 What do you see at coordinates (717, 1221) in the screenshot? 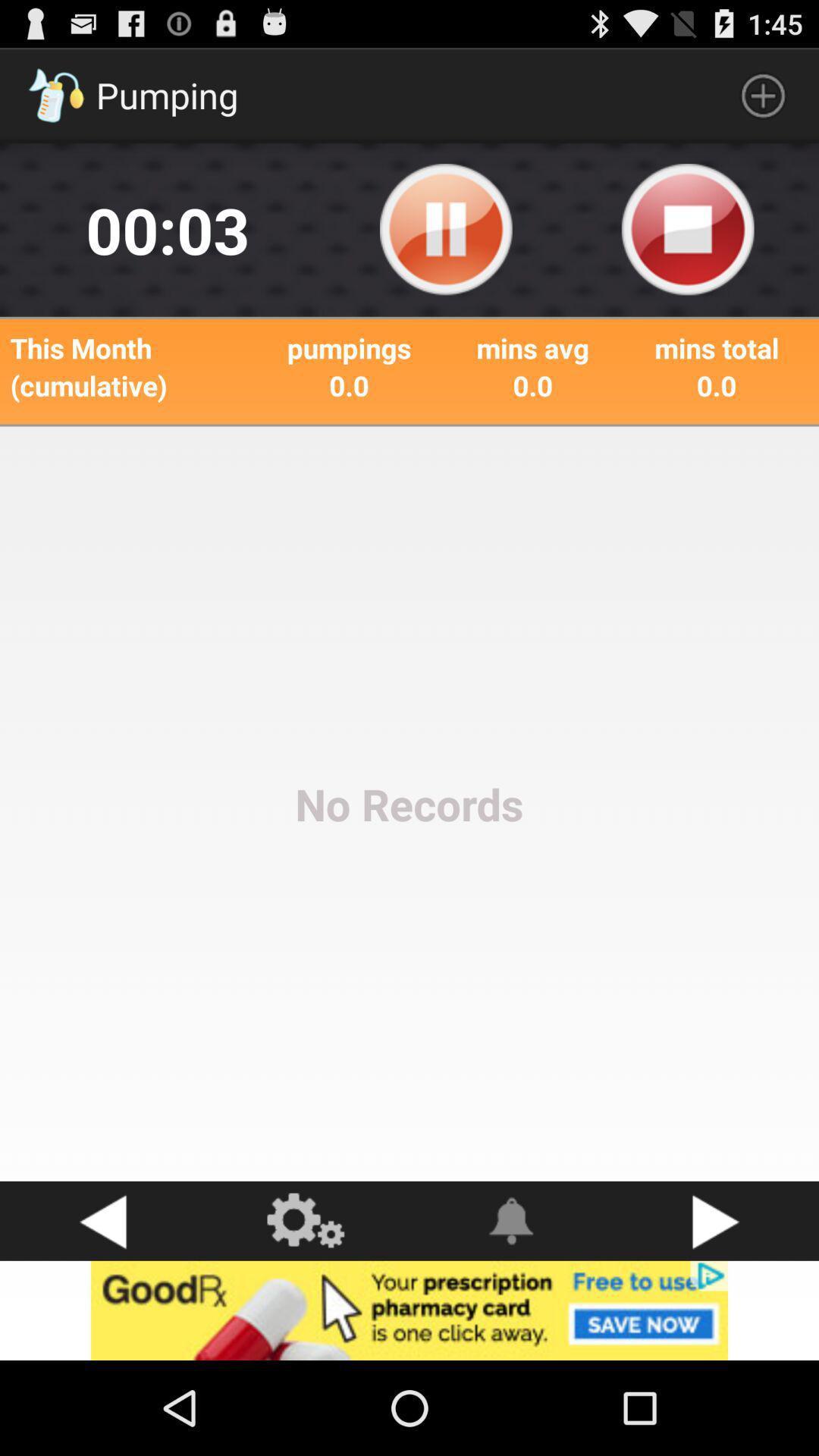
I see `next button` at bounding box center [717, 1221].